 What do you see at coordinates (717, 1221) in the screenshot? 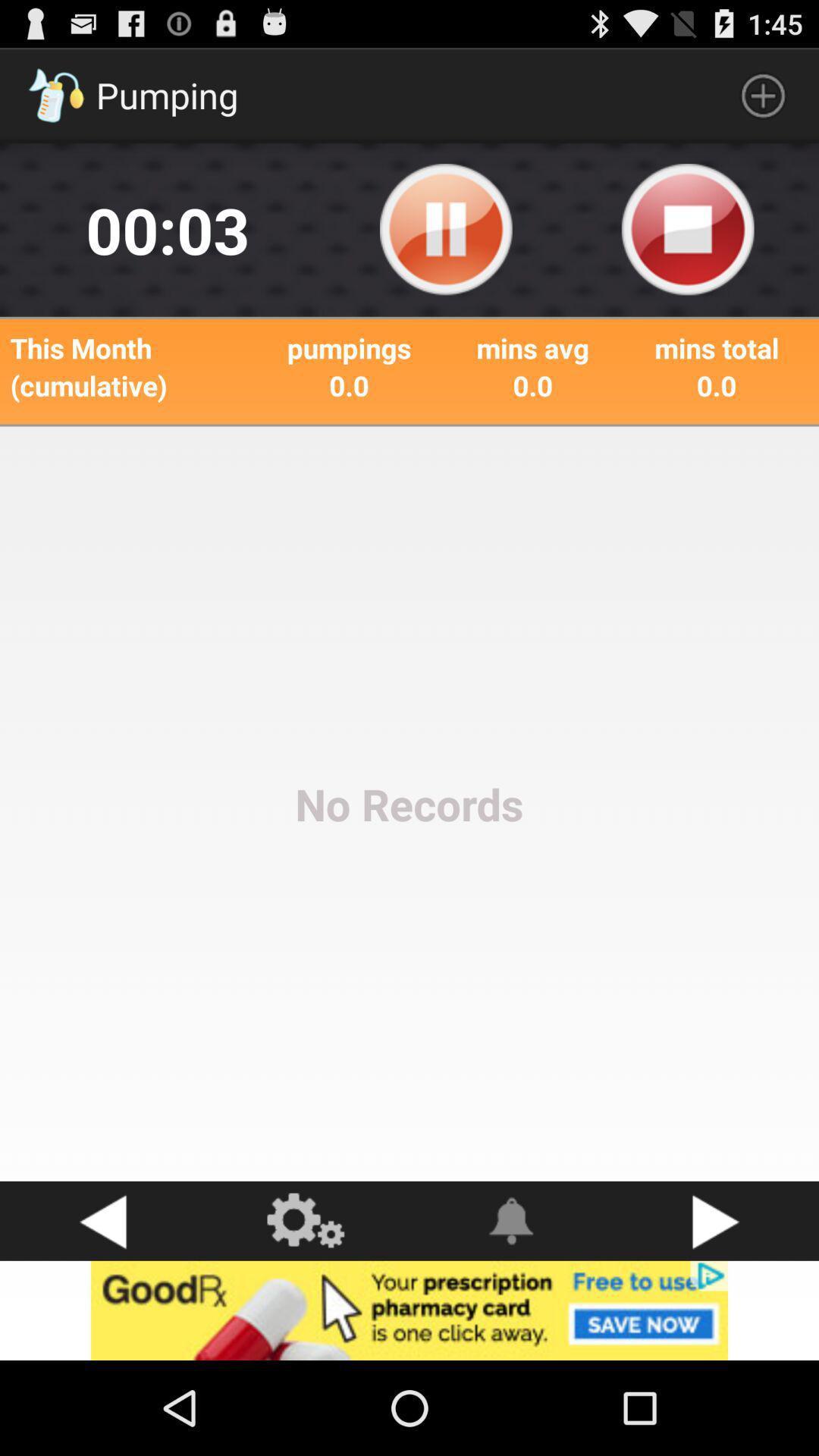
I see `next button` at bounding box center [717, 1221].